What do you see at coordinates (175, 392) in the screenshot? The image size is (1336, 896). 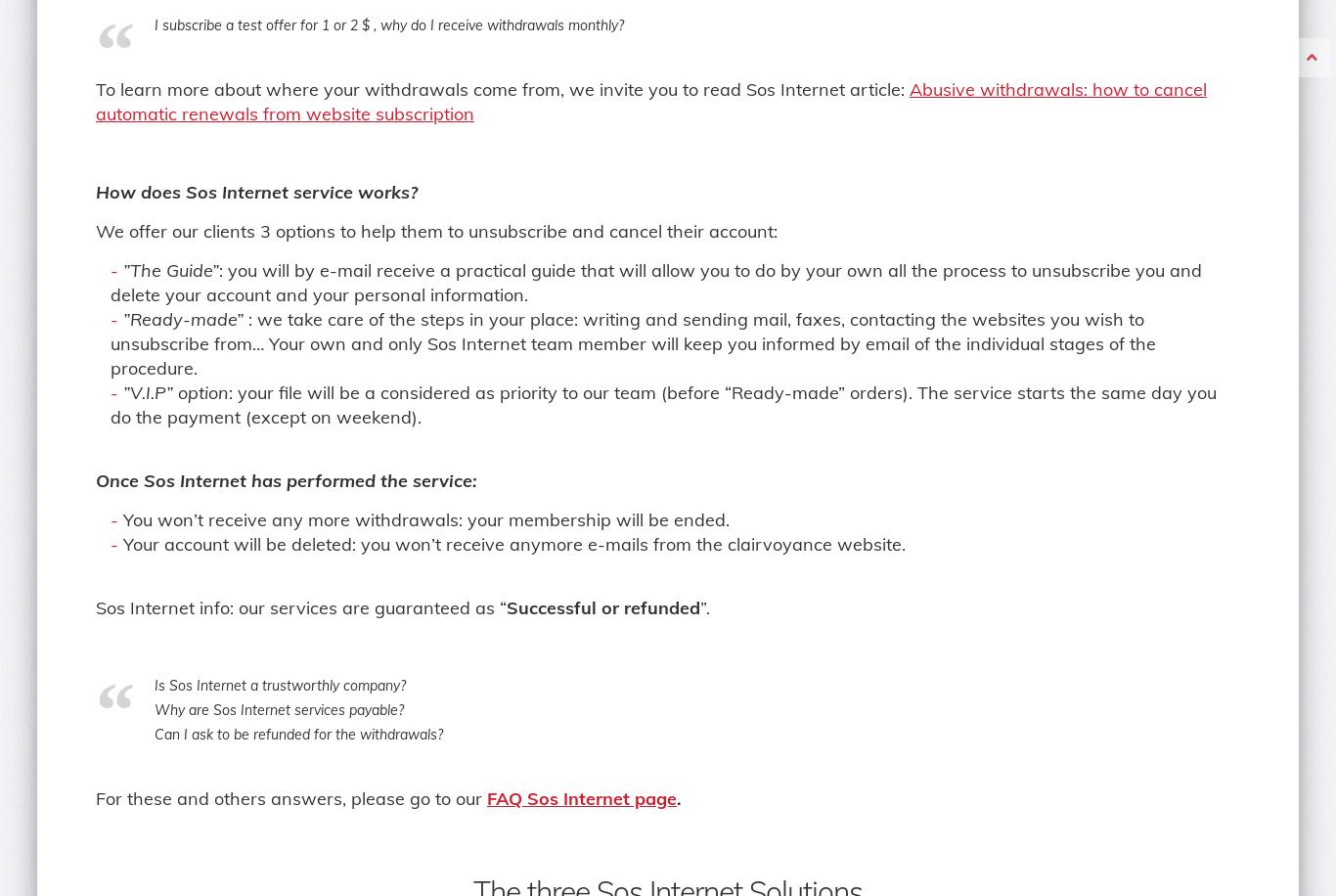 I see `'”V.I.P” option'` at bounding box center [175, 392].